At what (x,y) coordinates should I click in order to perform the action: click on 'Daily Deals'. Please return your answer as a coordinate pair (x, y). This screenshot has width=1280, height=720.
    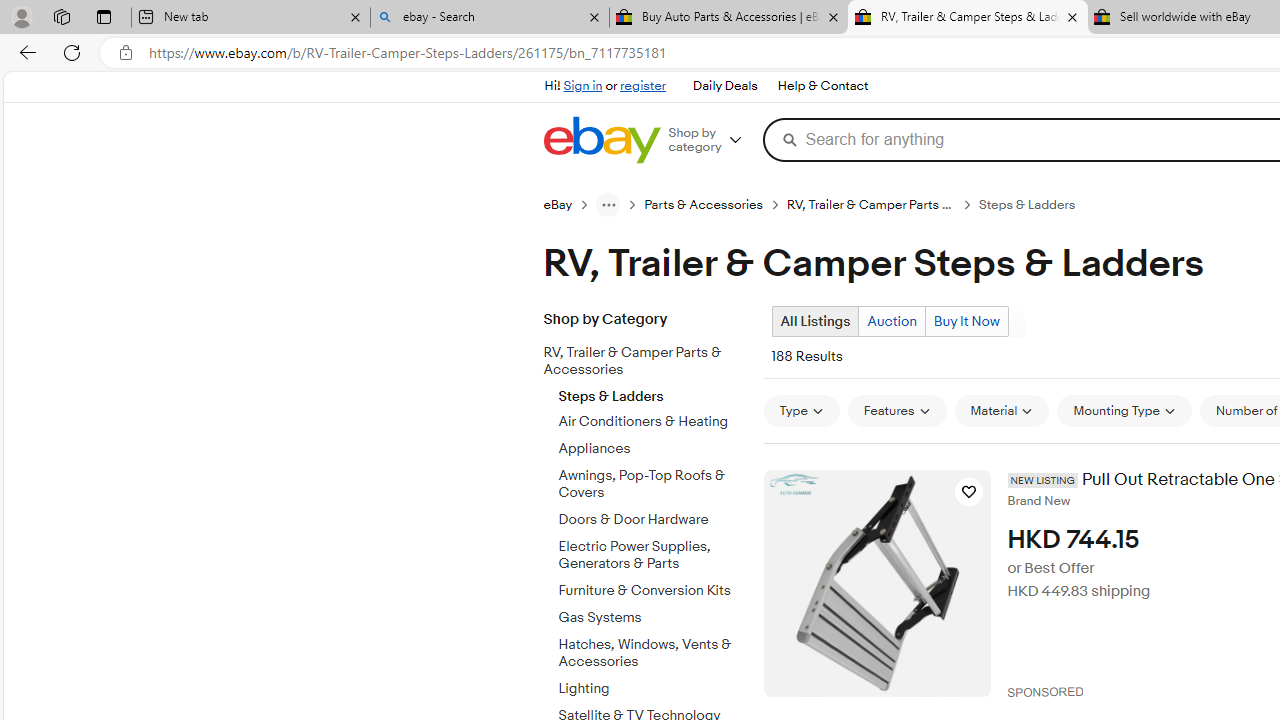
    Looking at the image, I should click on (724, 86).